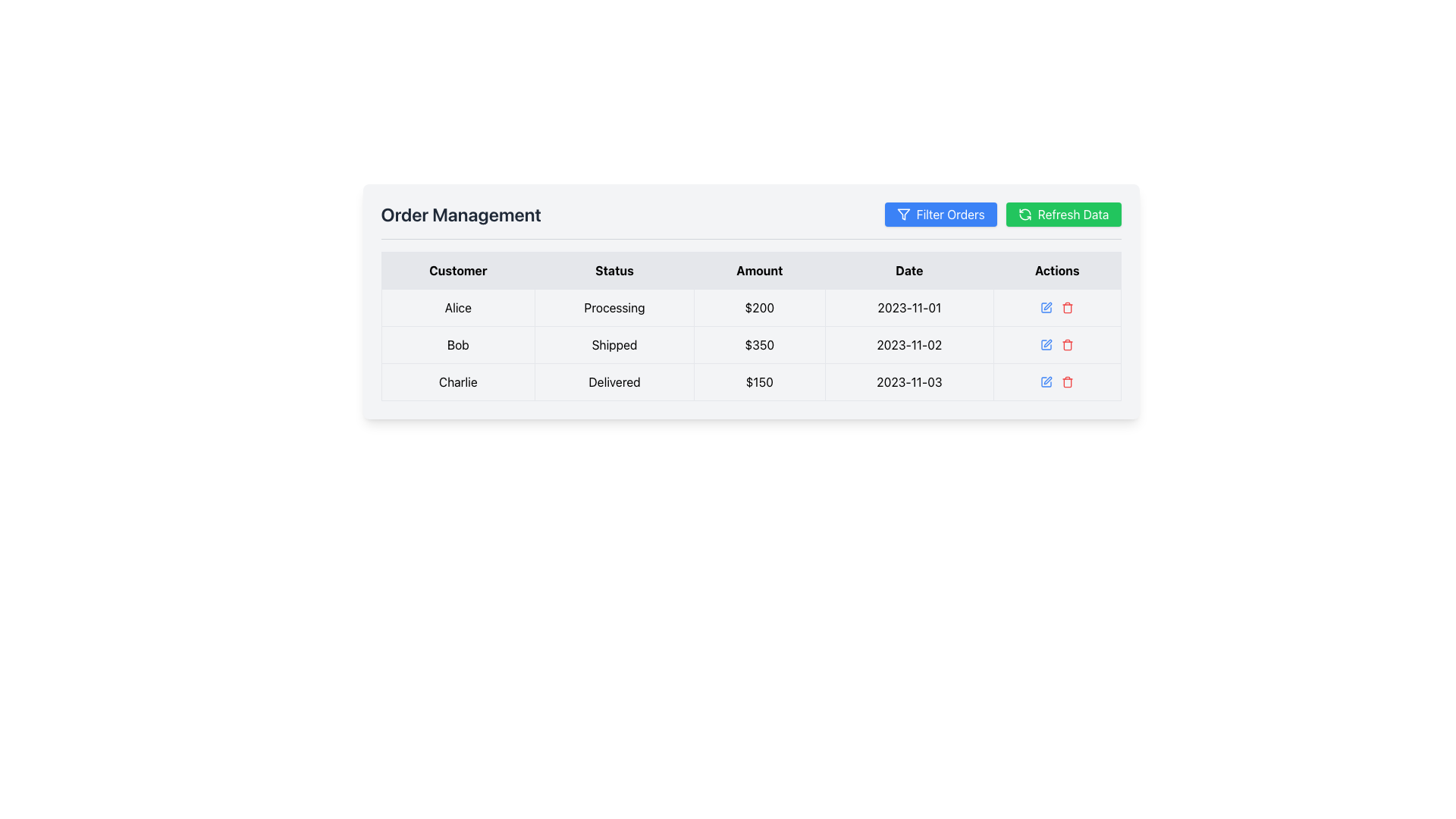  I want to click on the Text Label that indicates the order status as 'Processing' for the row labeled 'Alice' in the data table, so click(614, 307).